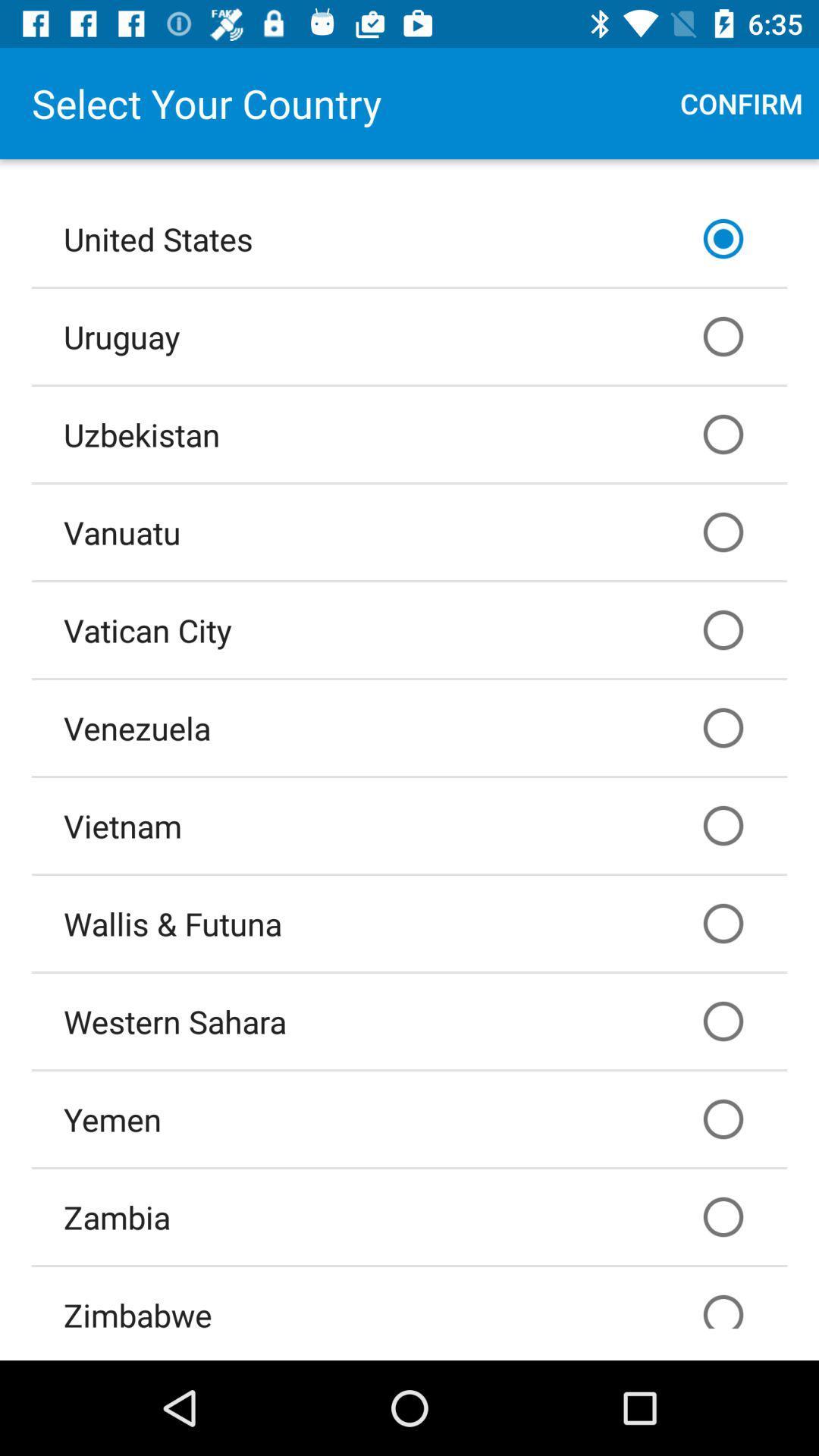  Describe the element at coordinates (409, 238) in the screenshot. I see `united states icon` at that location.